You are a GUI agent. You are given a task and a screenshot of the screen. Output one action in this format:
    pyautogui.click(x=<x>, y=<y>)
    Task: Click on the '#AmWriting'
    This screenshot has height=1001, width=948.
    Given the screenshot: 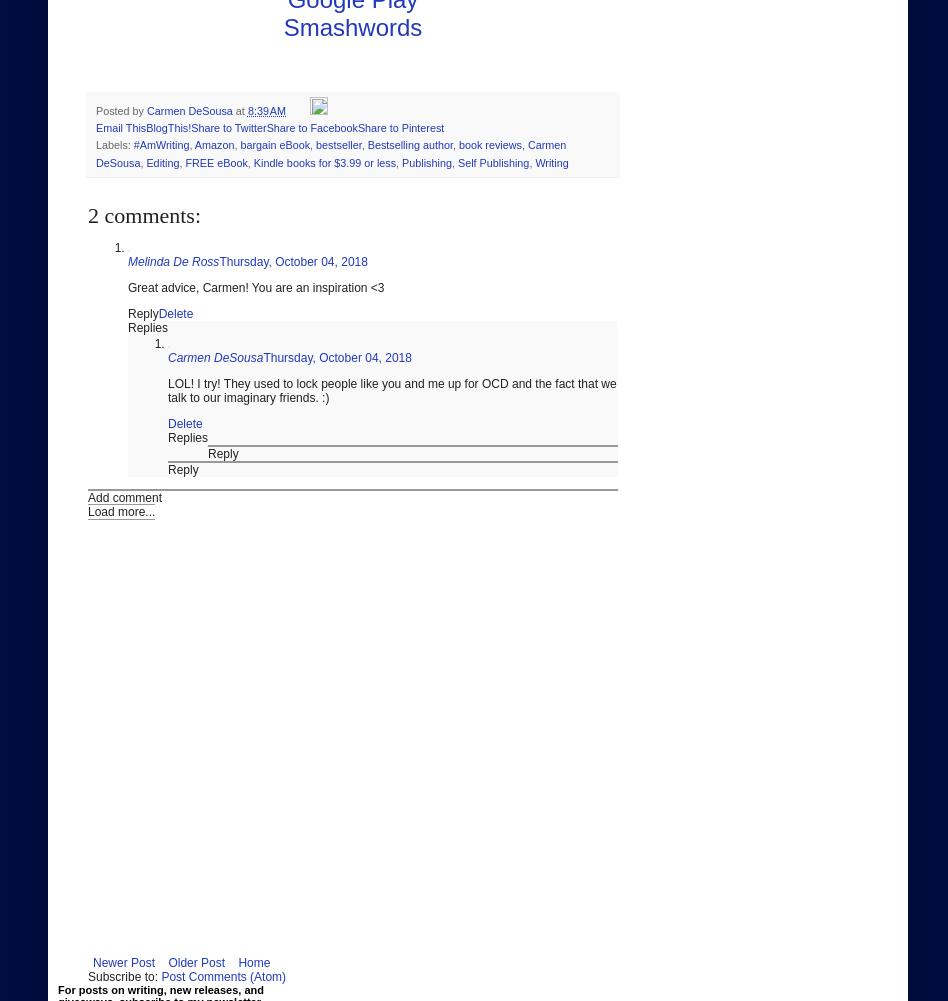 What is the action you would take?
    pyautogui.click(x=159, y=145)
    